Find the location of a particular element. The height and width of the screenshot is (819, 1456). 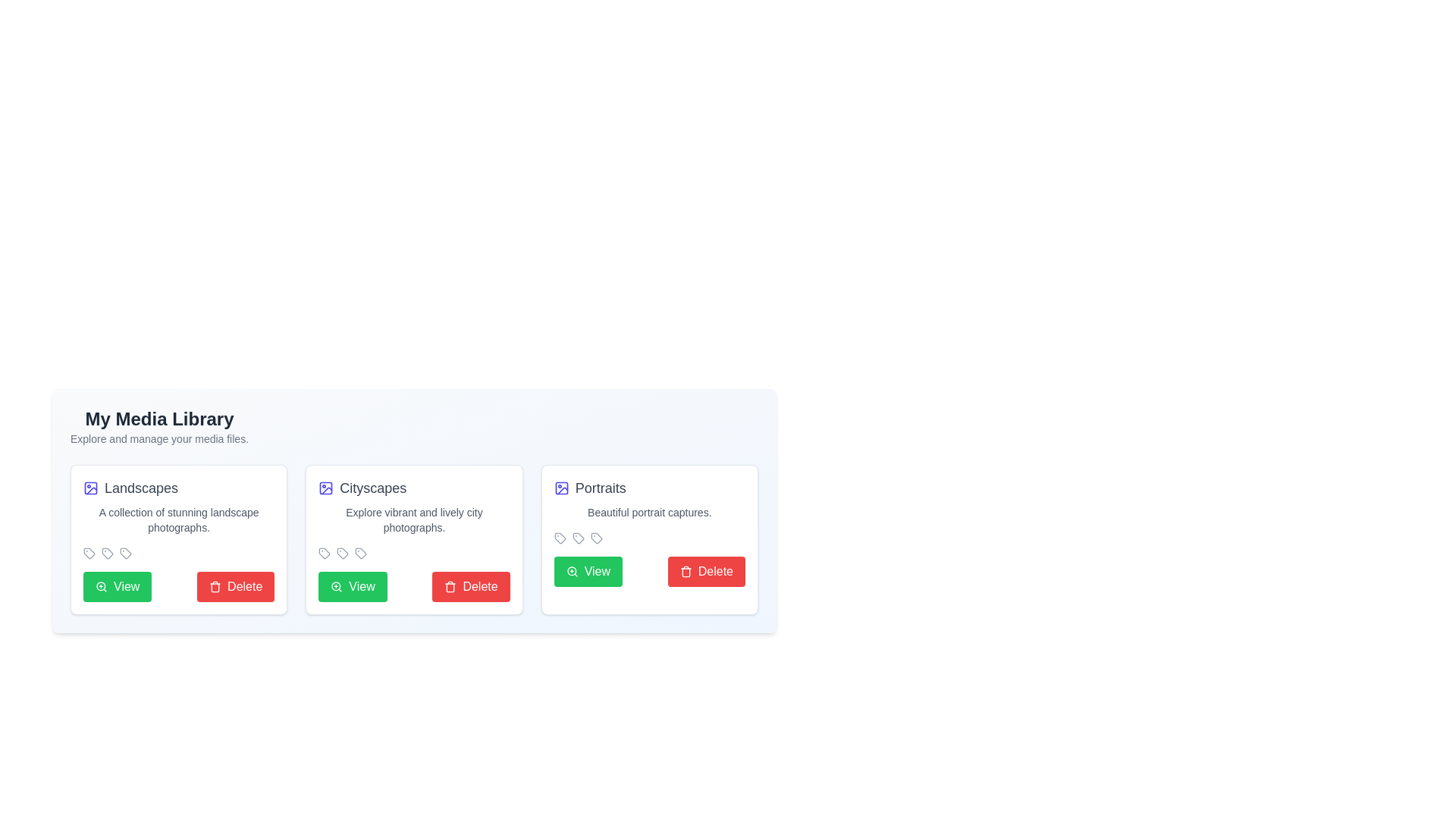

the magnifying icon located in the top-left corner of the 'View' button on the 'Cityscapes' card is located at coordinates (336, 586).